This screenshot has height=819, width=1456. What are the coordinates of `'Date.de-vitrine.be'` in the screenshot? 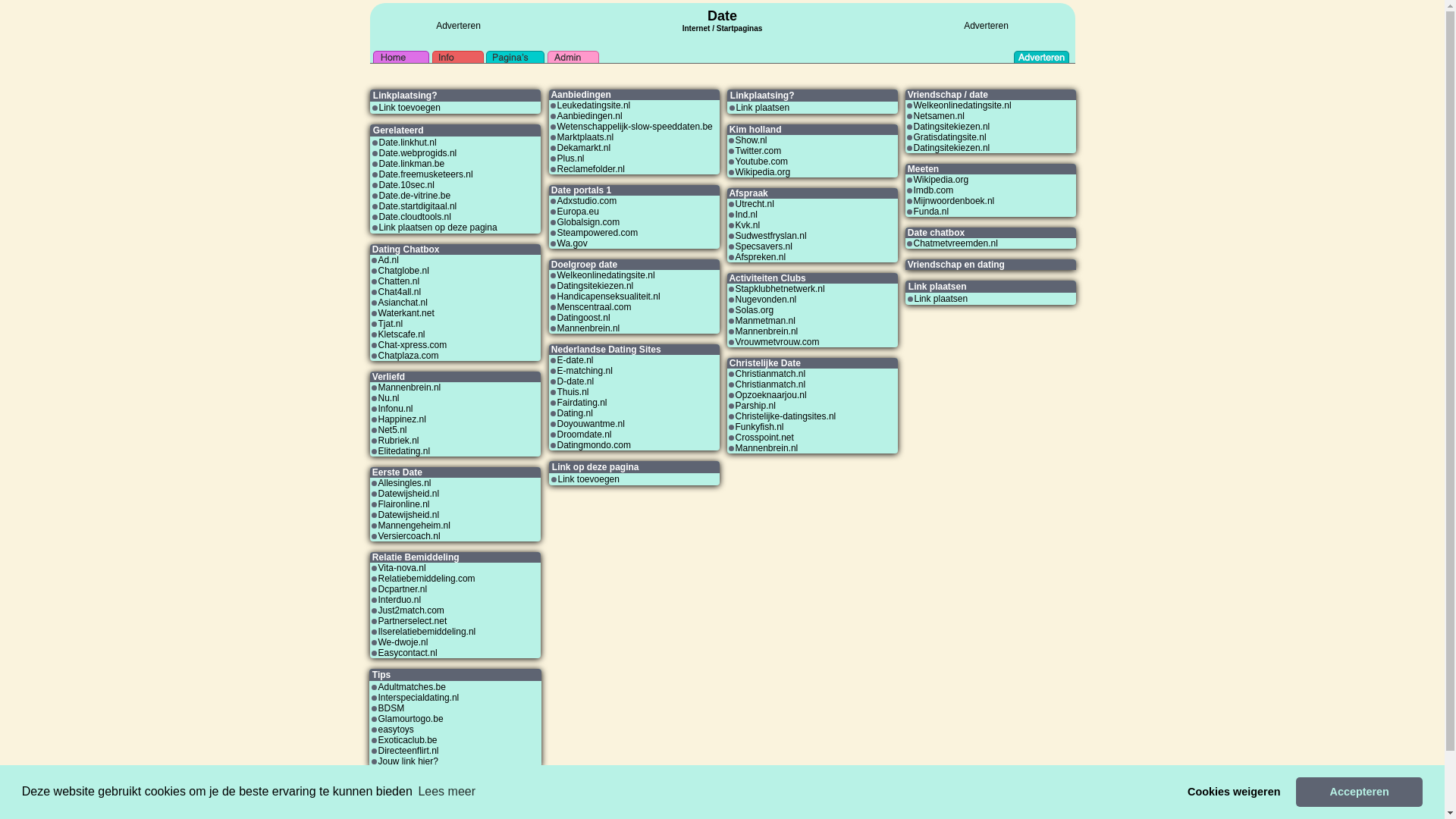 It's located at (415, 195).